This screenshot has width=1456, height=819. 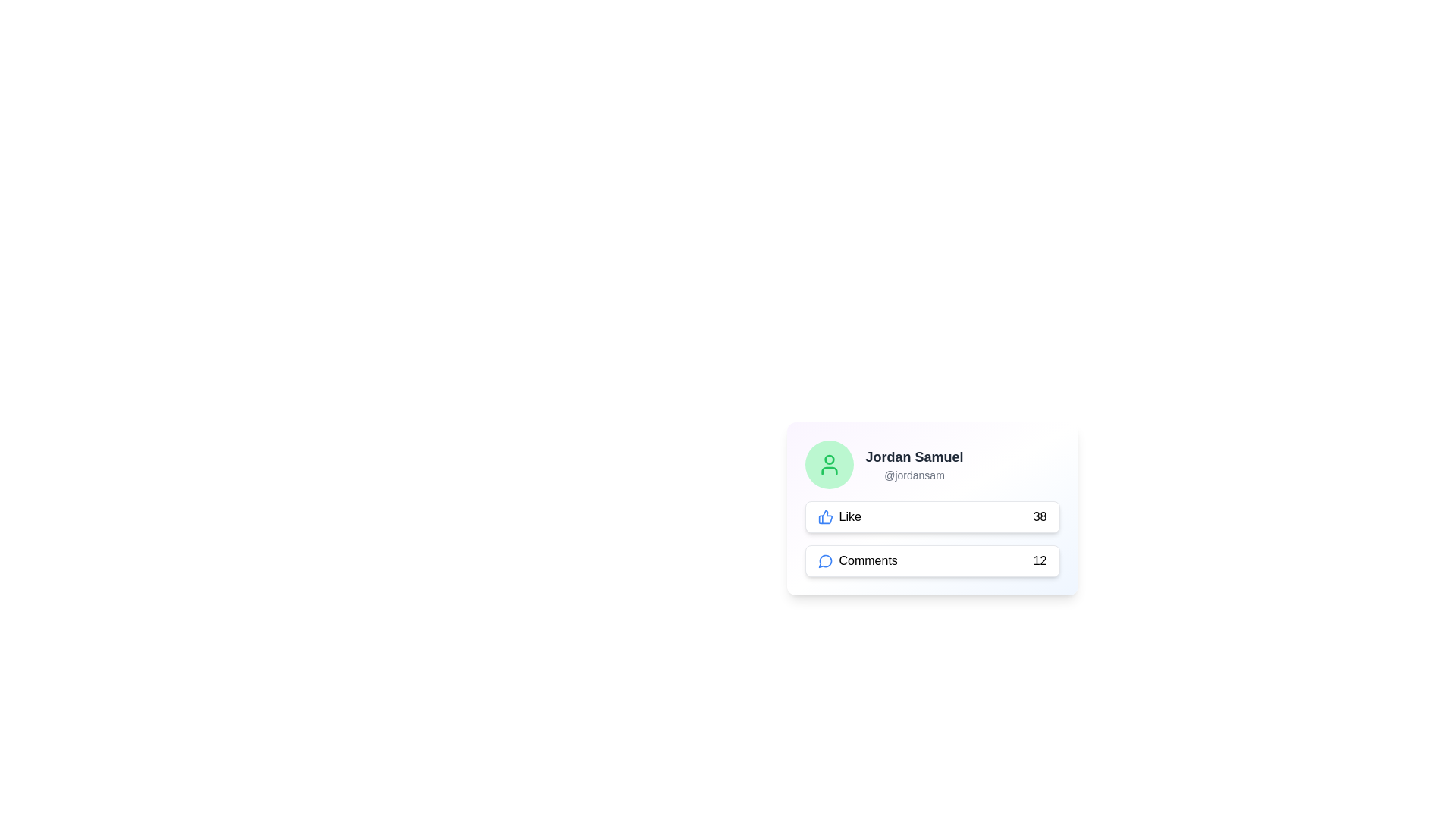 I want to click on the user profile icon, which is a green circular icon located above the text 'Jordan Samuel' and '@jordansam' in the user card section, so click(x=828, y=464).